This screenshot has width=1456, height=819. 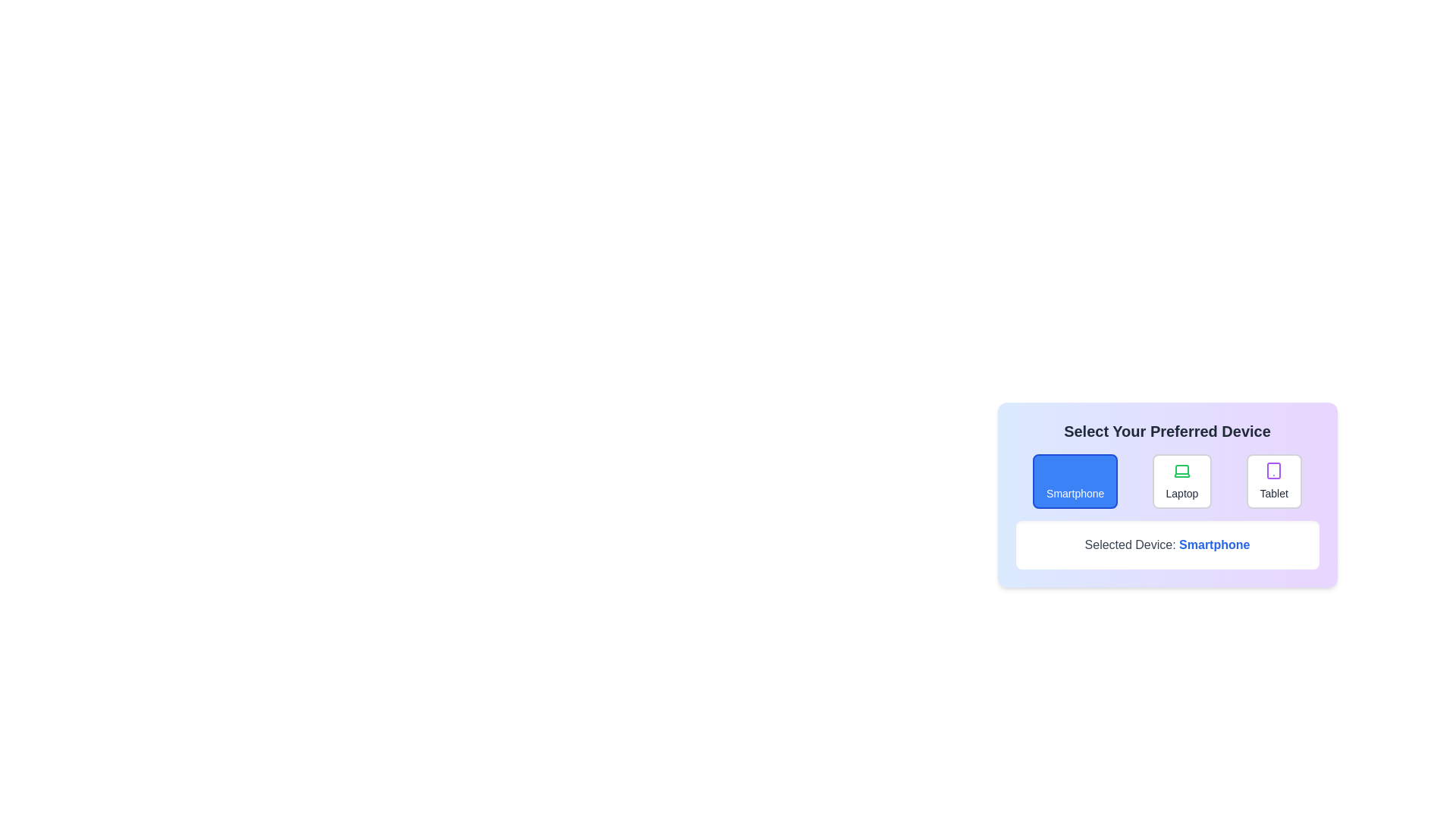 I want to click on the 'Tablet' text label, which serves as the descriptive label for the Tablet selection option, located at the rightmost position of the selection options row, so click(x=1274, y=494).